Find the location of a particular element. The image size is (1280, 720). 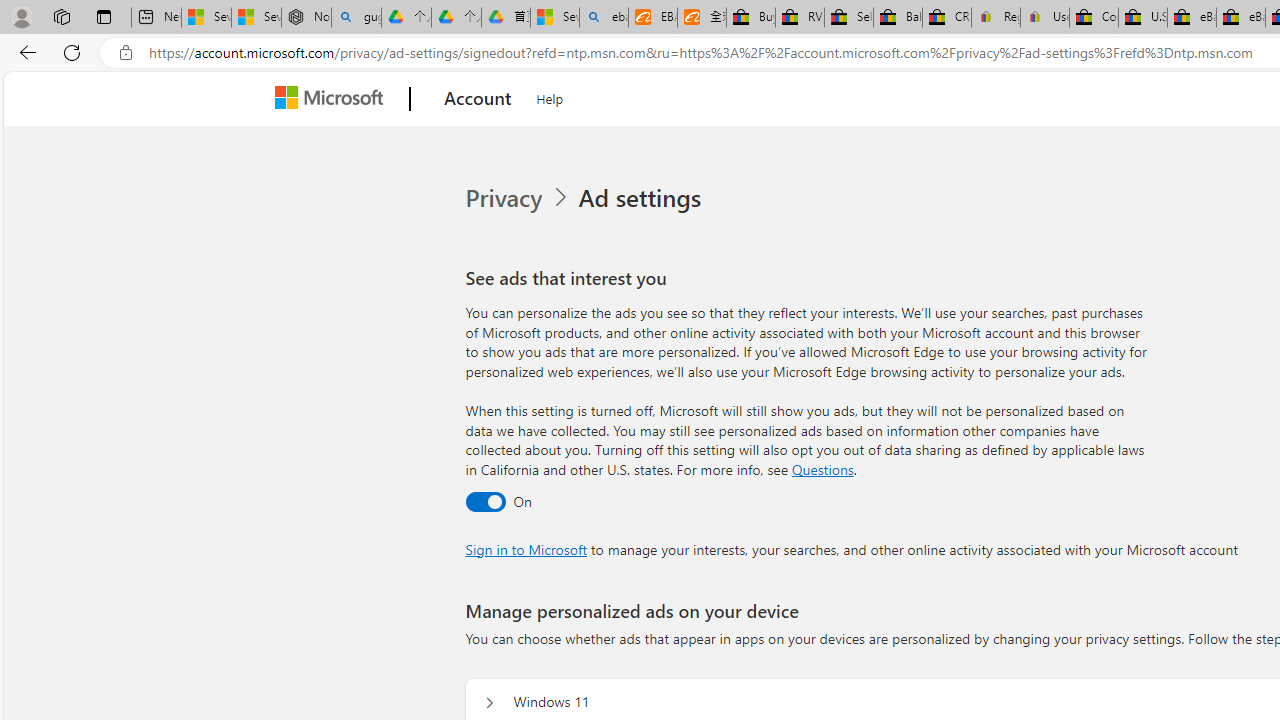

'Register: Create a personal eBay account' is located at coordinates (995, 17).